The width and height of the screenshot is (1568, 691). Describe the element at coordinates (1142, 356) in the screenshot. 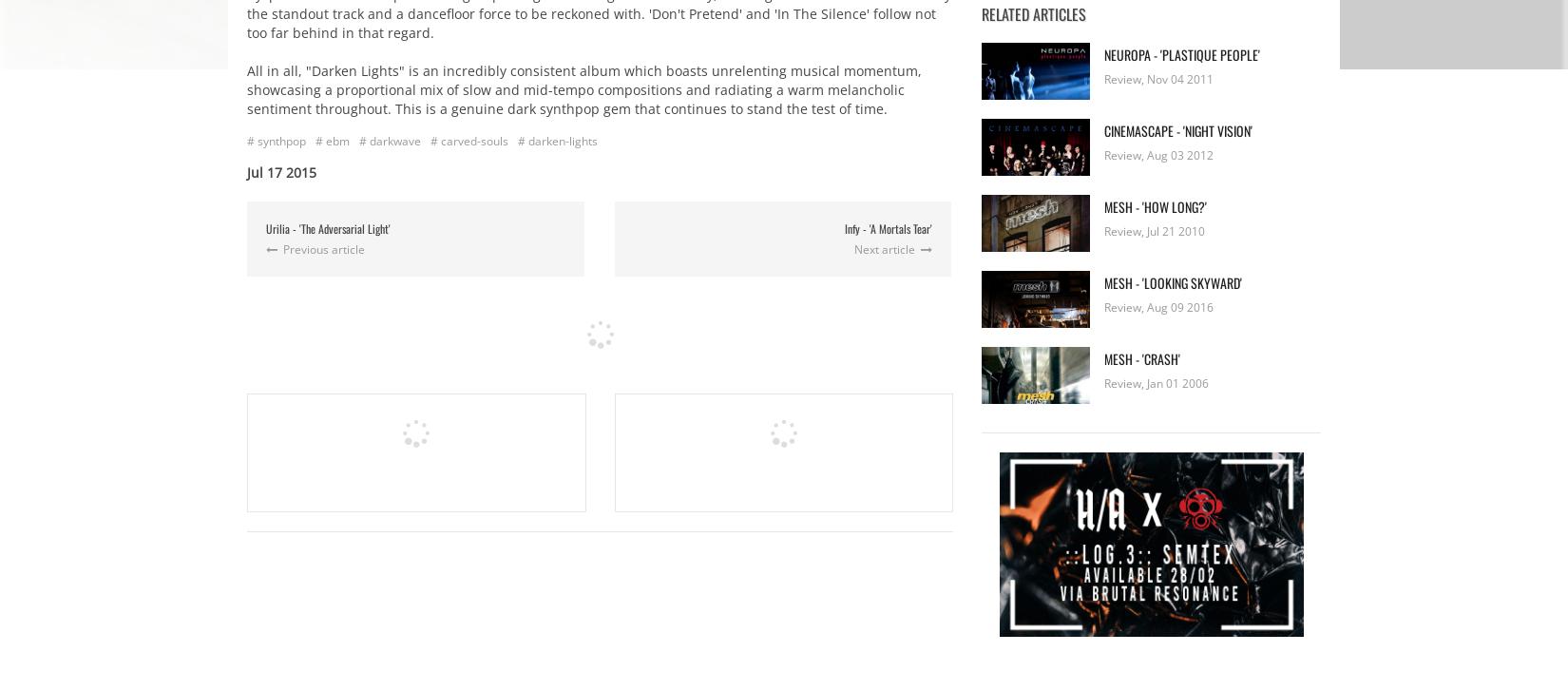

I see `'Mesh - 'Crash''` at that location.